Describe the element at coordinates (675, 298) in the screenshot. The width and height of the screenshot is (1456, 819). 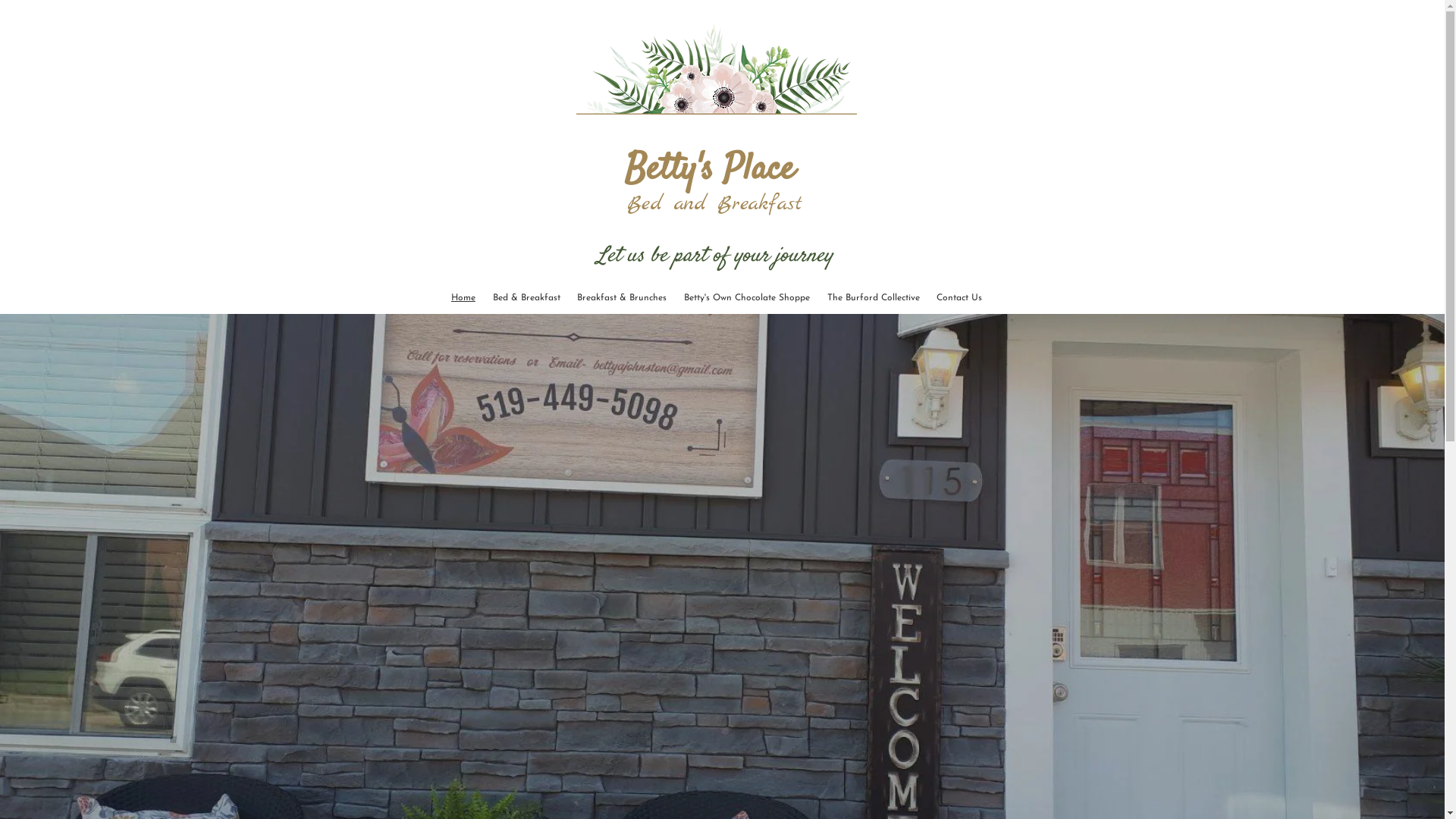
I see `'Betty's Own Chocolate Shoppe'` at that location.